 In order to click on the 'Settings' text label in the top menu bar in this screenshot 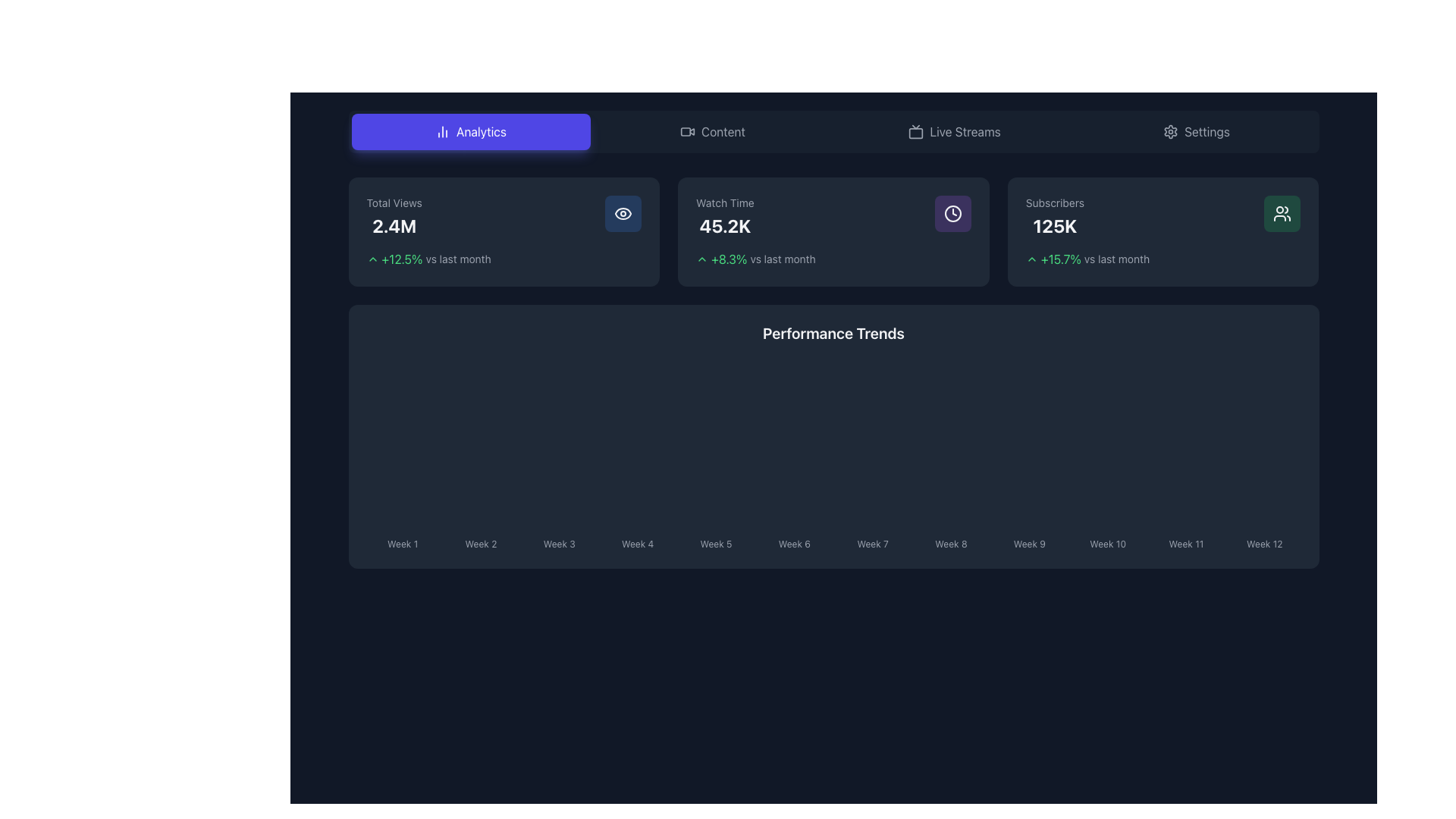, I will do `click(1207, 130)`.